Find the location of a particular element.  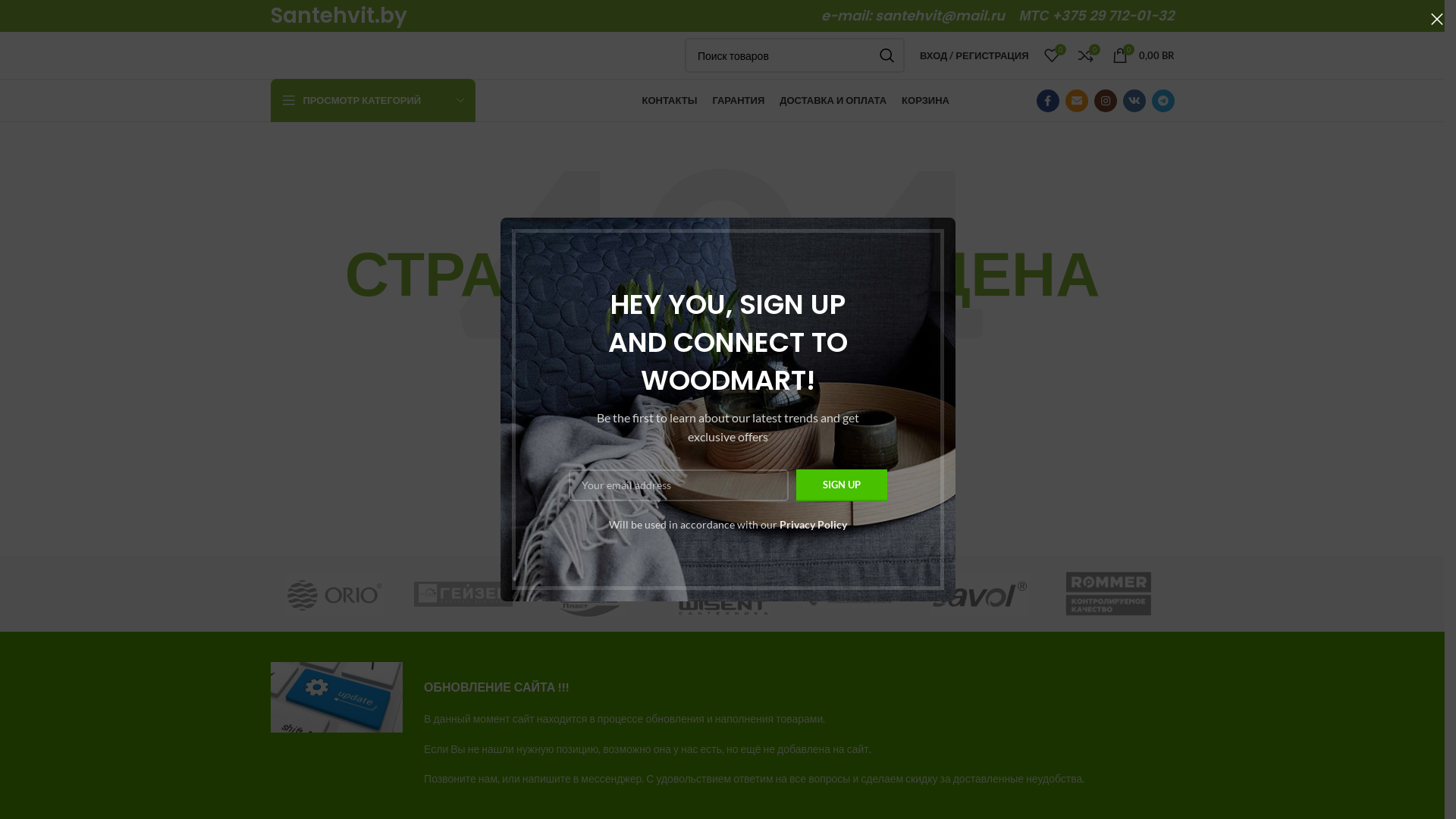

'e-mail: santehvit@mail.ru' is located at coordinates (819, 15).